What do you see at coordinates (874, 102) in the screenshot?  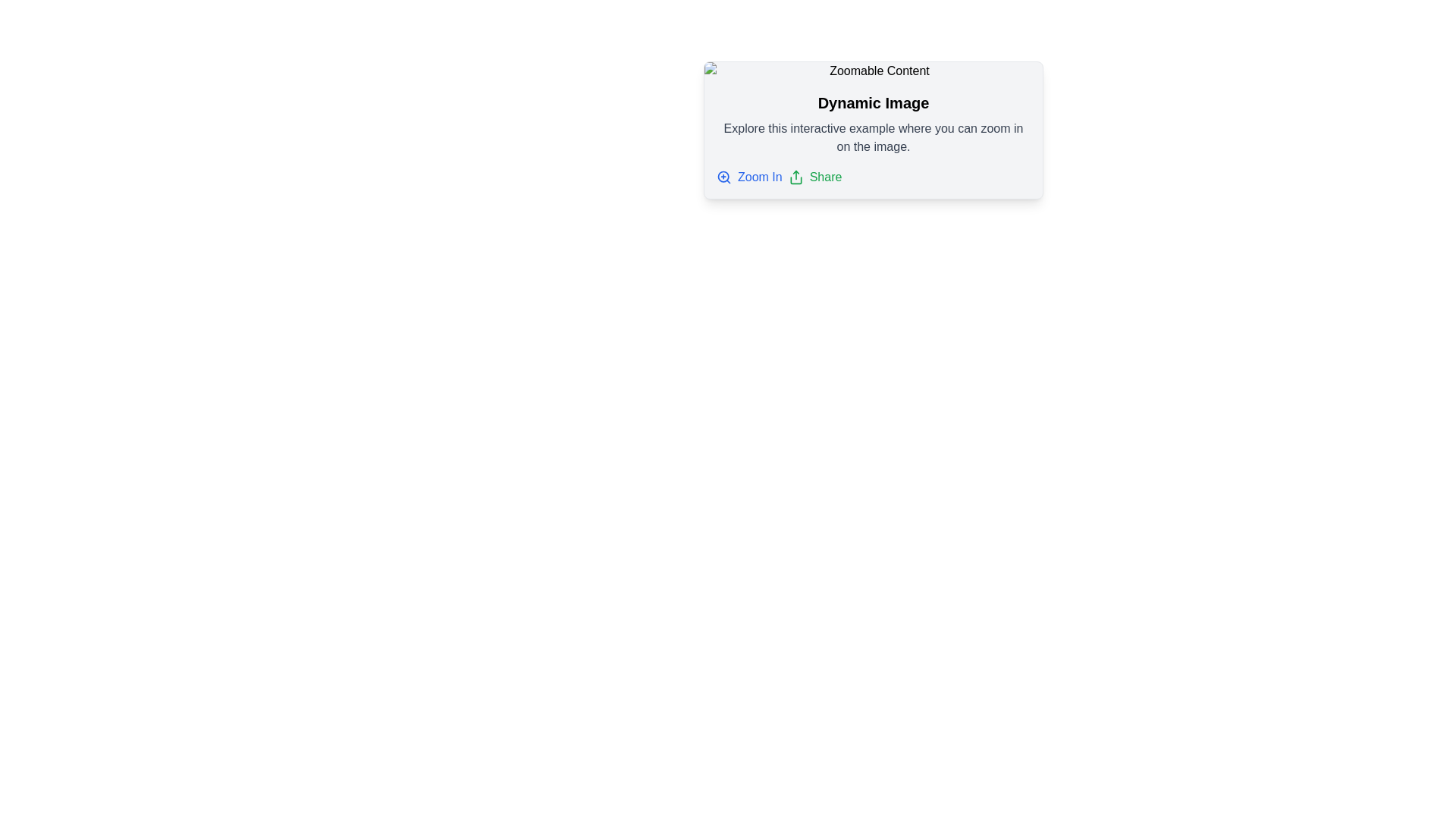 I see `the title or heading element that introduces the content related to a dynamic image example, which is located above the text 'Explore this interactive example where you can zoom in on the image.'` at bounding box center [874, 102].